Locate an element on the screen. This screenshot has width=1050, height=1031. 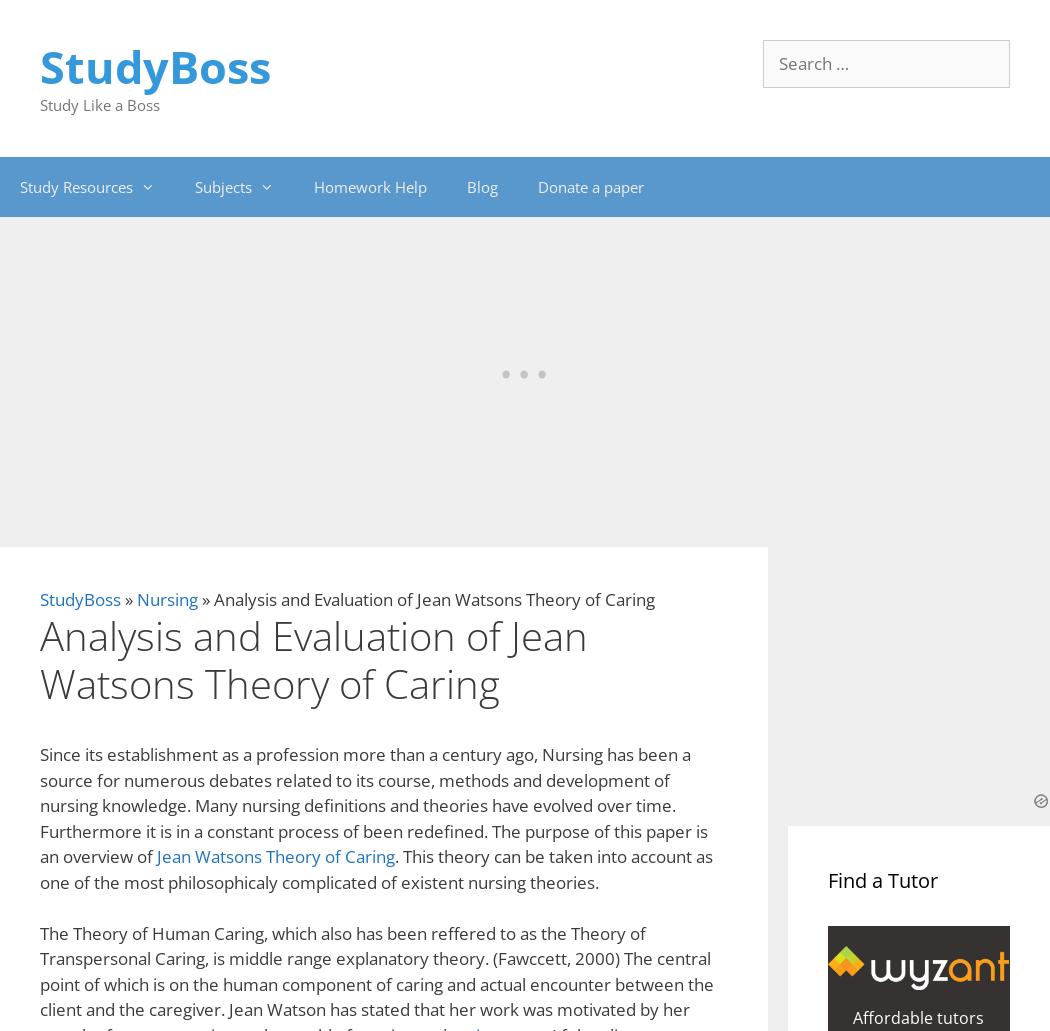
'traditional Chinese patrilocal society' is located at coordinates (410, 322).